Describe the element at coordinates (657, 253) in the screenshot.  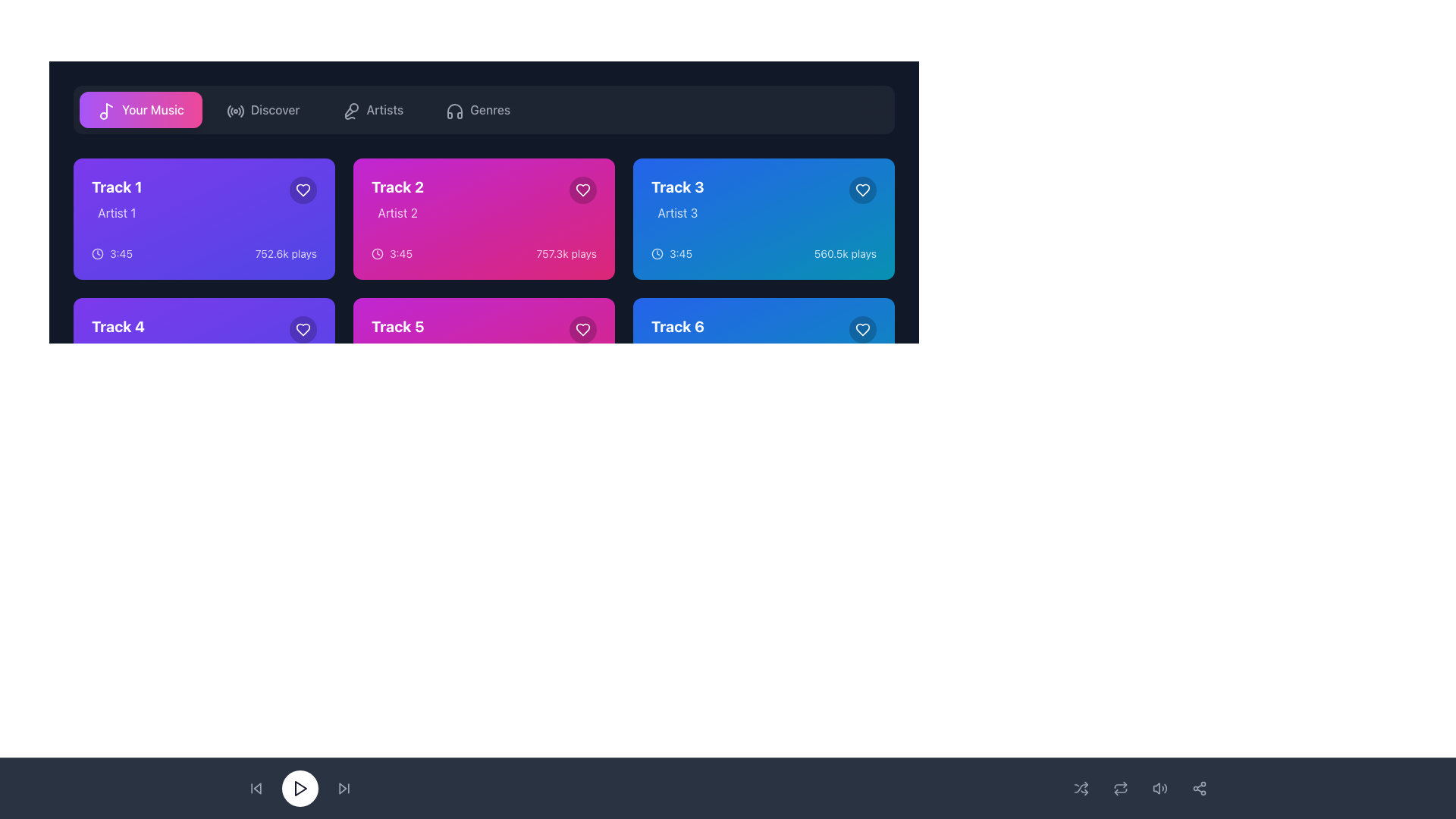
I see `the circular clock icon located within the 'Track 3' card at the top right of its content area` at that location.